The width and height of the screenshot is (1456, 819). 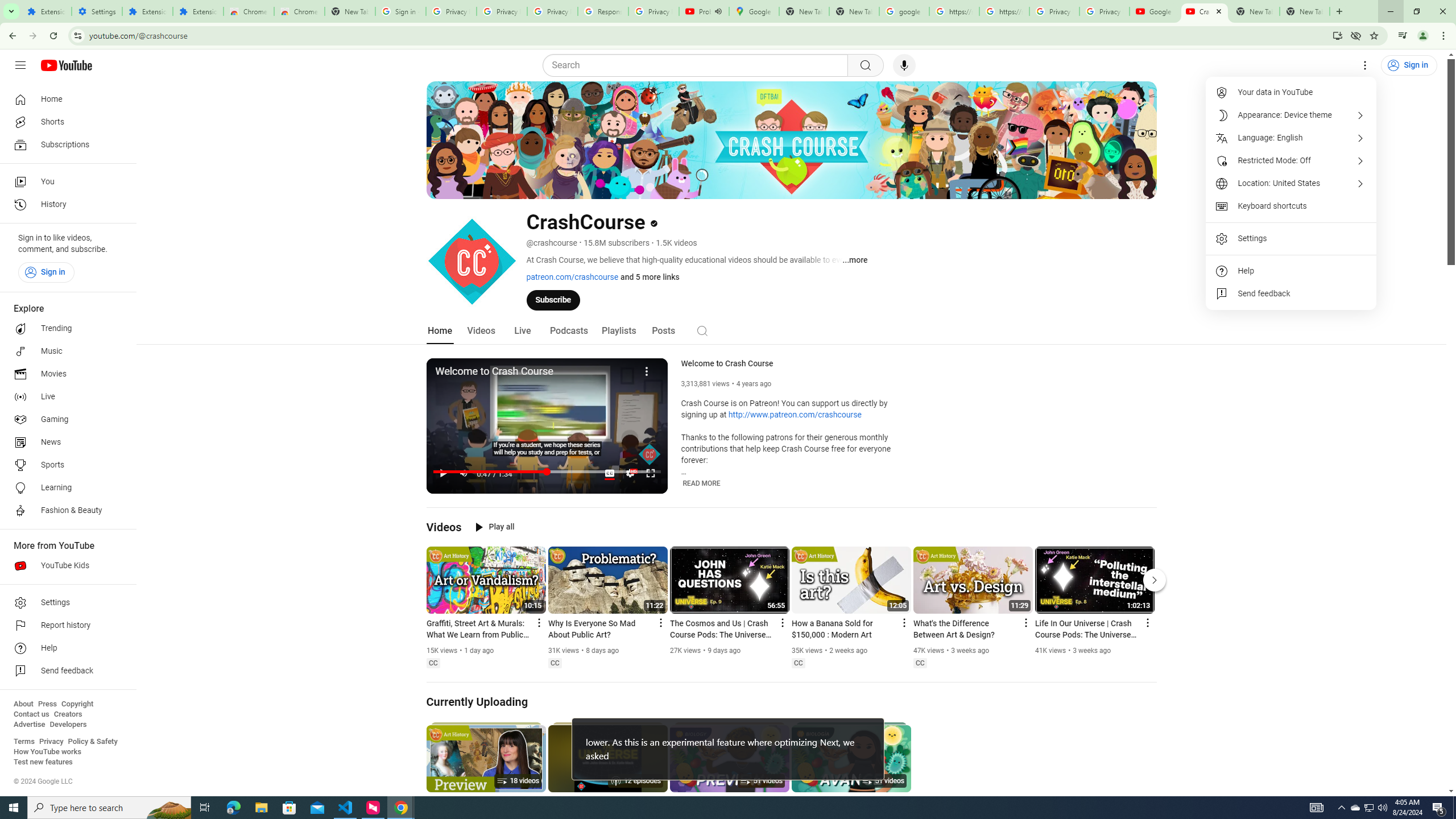 What do you see at coordinates (442, 473) in the screenshot?
I see `'Pause (k)'` at bounding box center [442, 473].